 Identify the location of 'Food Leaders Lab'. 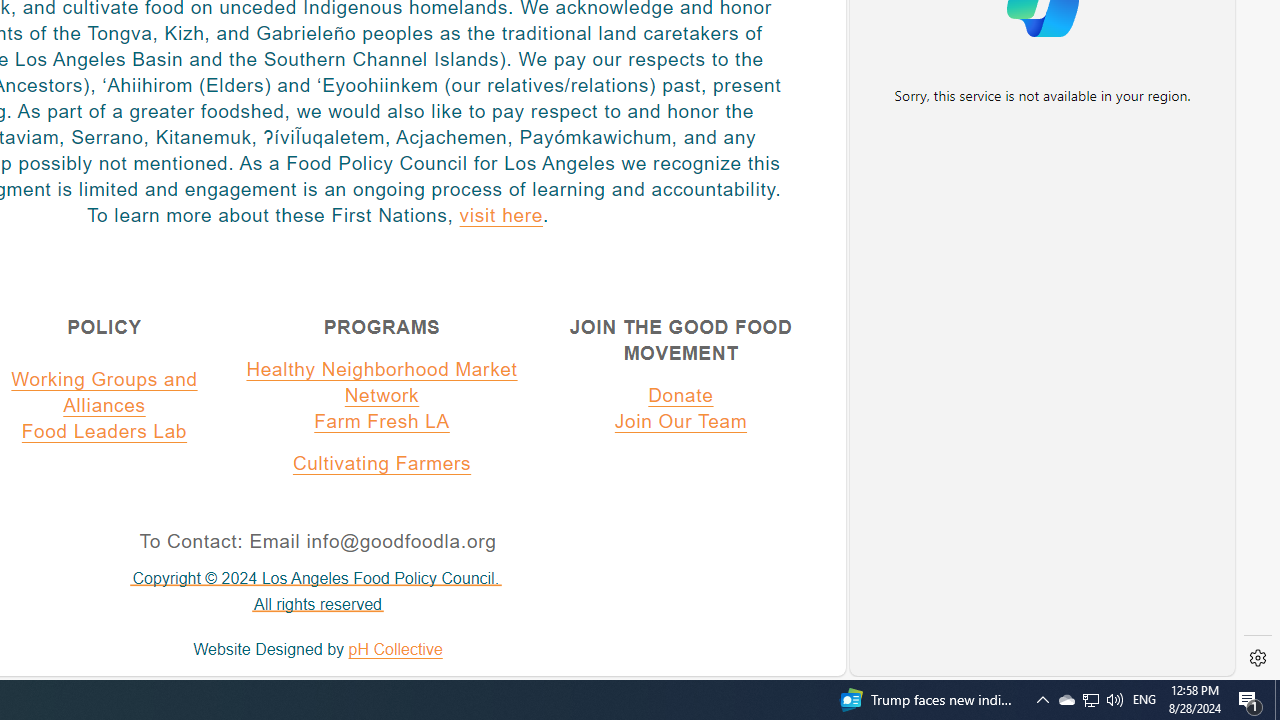
(103, 430).